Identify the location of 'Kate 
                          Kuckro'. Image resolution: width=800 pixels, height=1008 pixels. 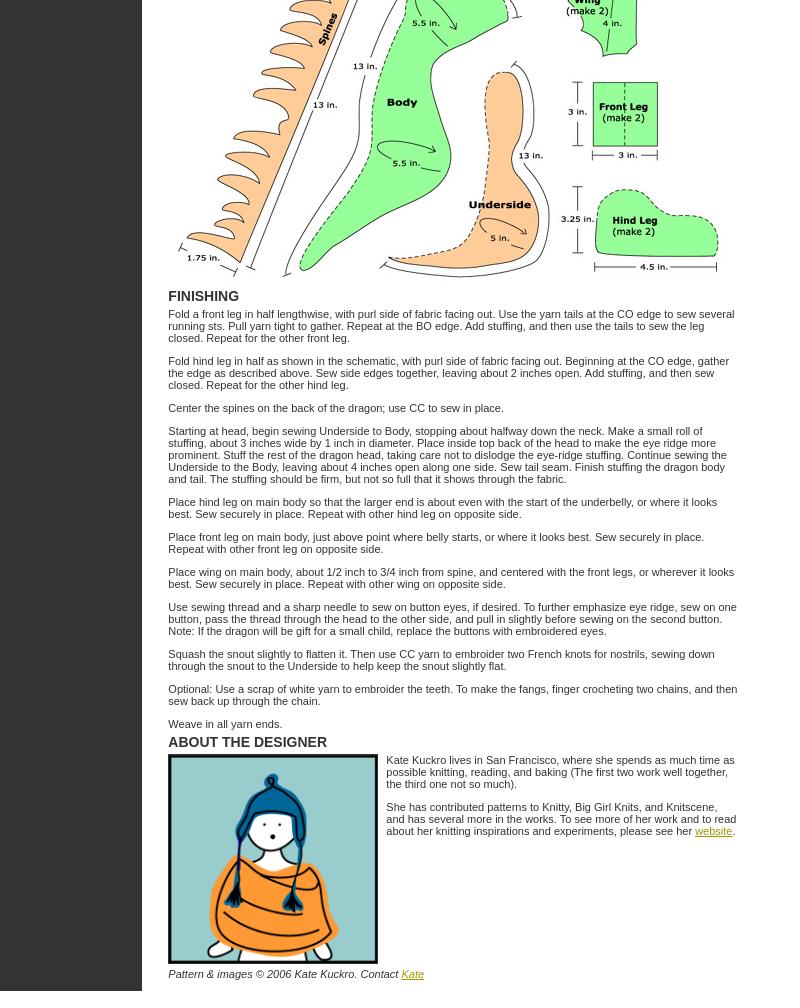
(323, 974).